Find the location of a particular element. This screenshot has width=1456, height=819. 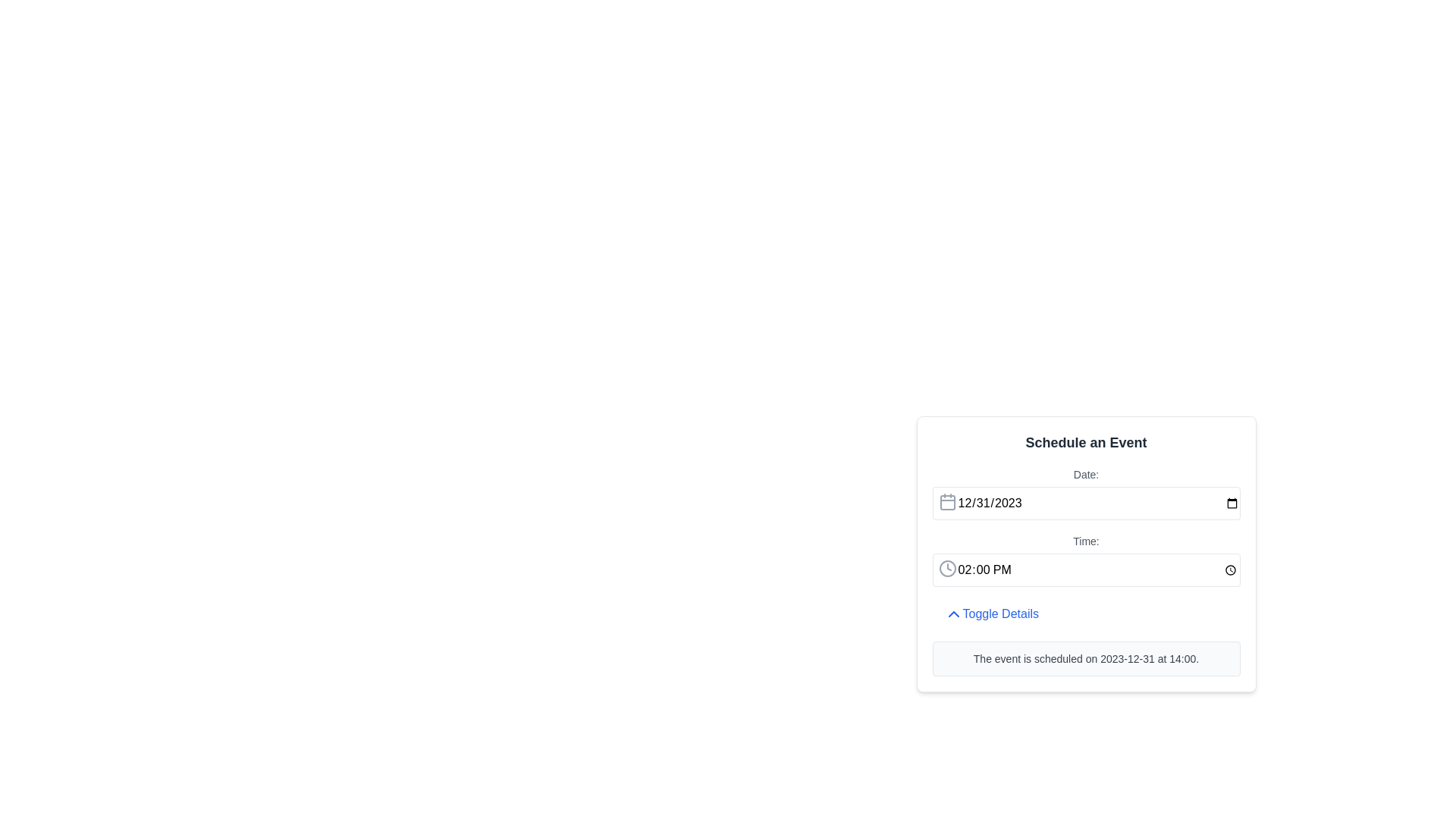

the text display showing the date '2023-12-31' which is part of the sentence 'The event is scheduled on 2023-12-31 at 14:00.' is located at coordinates (1128, 657).